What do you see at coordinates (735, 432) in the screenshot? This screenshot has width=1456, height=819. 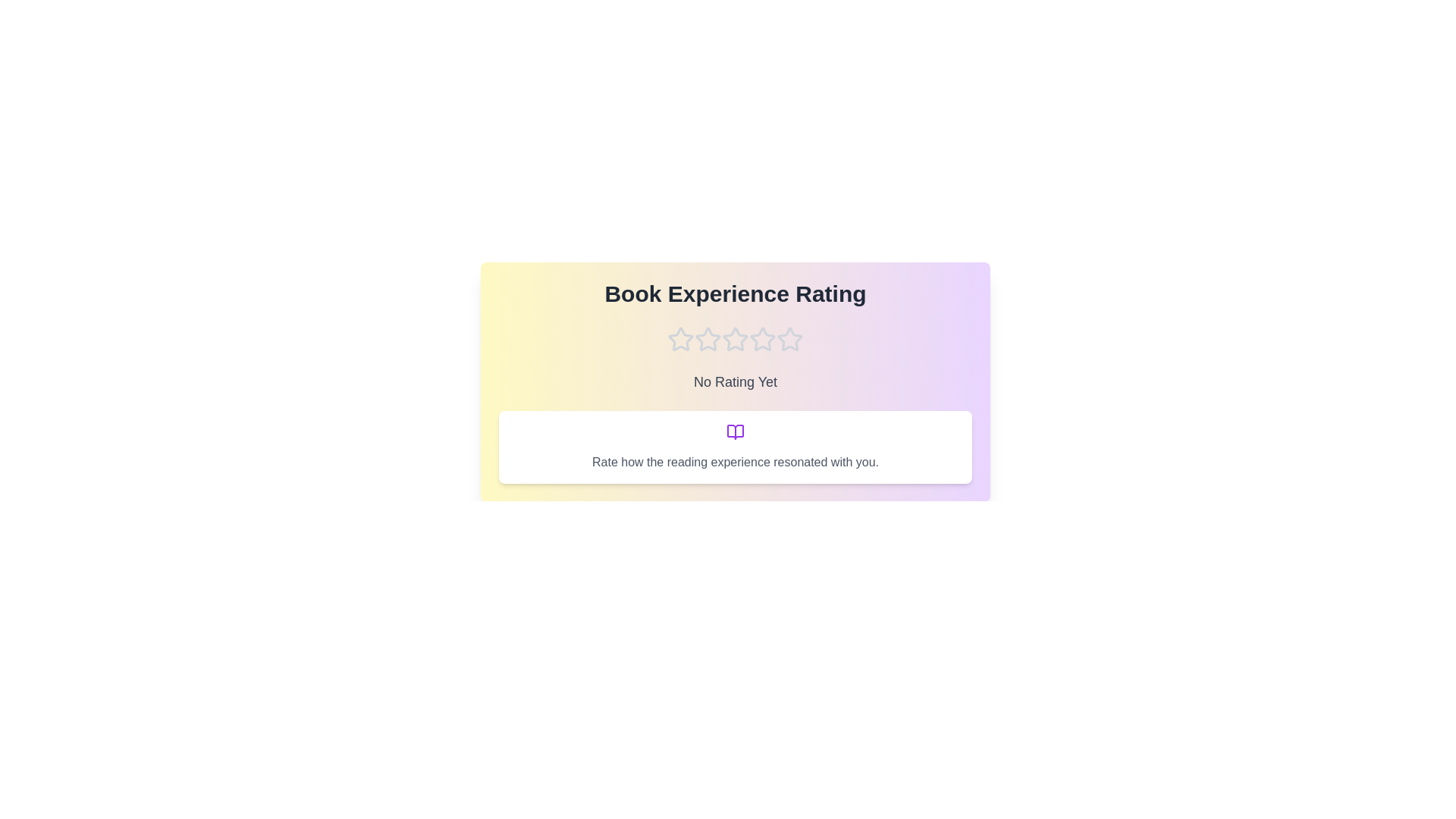 I see `the decorative icon below the rating explanation` at bounding box center [735, 432].